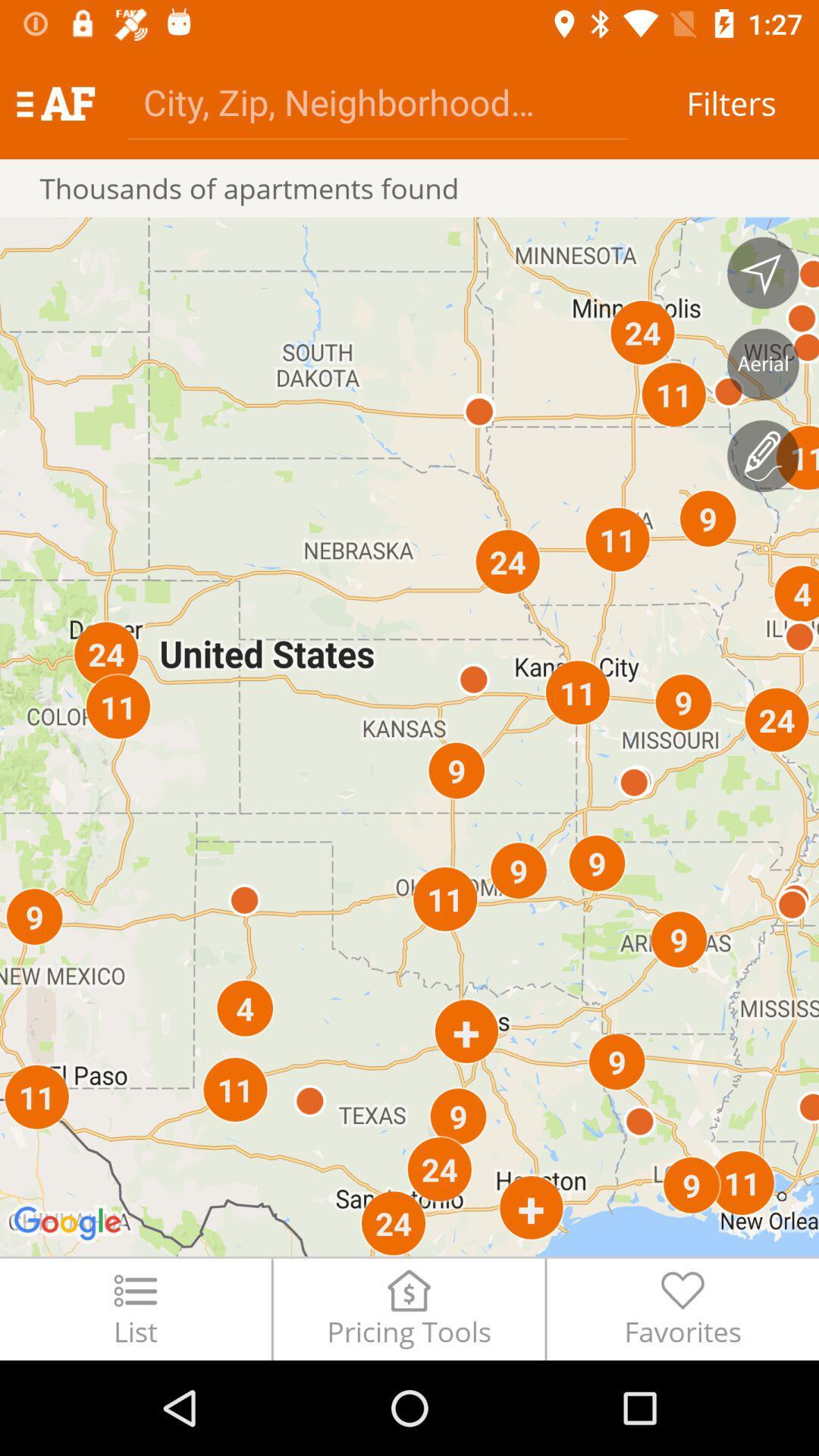 This screenshot has height=1456, width=819. What do you see at coordinates (134, 1308) in the screenshot?
I see `the list icon` at bounding box center [134, 1308].